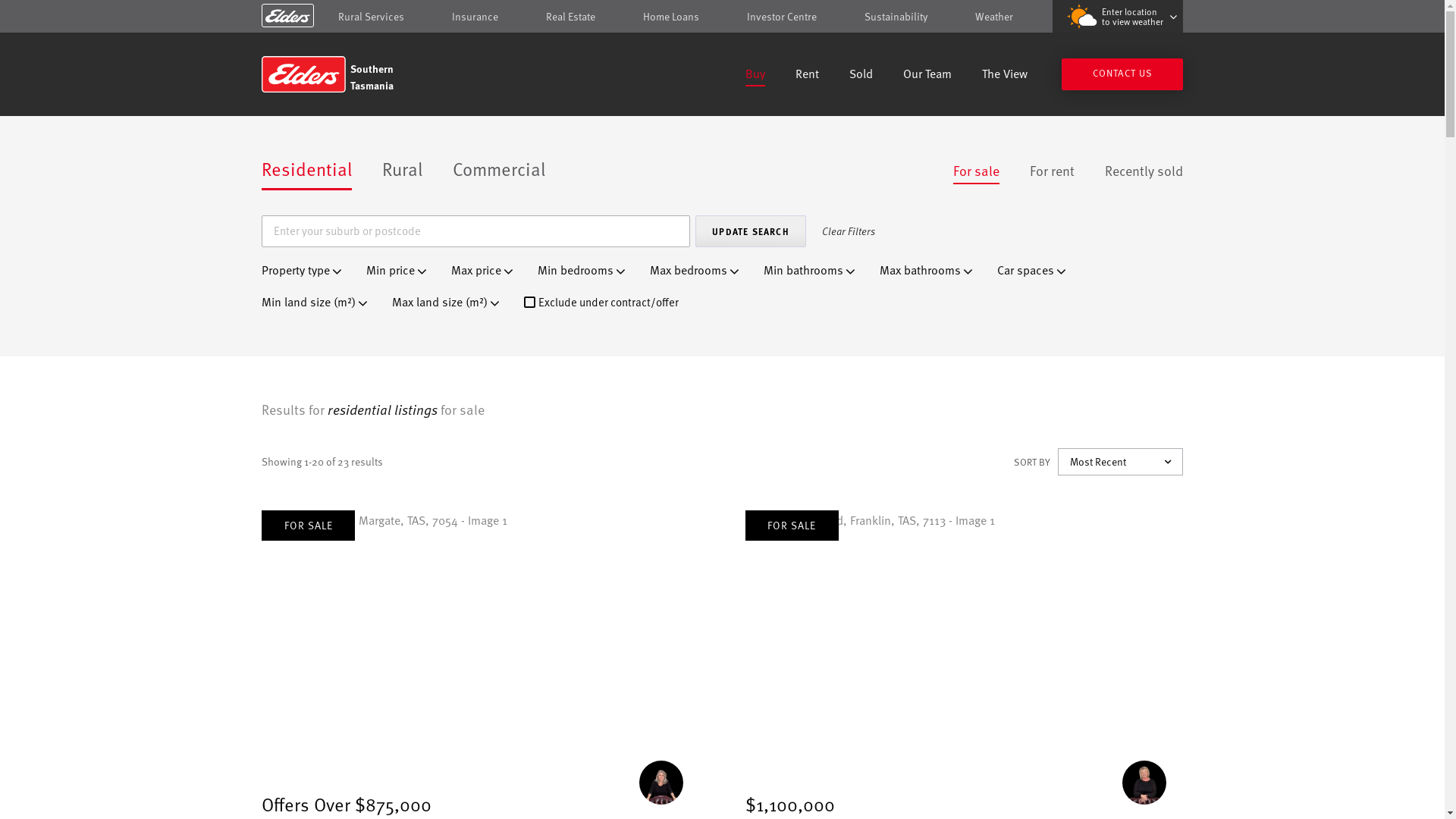 The image size is (1456, 819). Describe the element at coordinates (751, 231) in the screenshot. I see `'Update Search'` at that location.